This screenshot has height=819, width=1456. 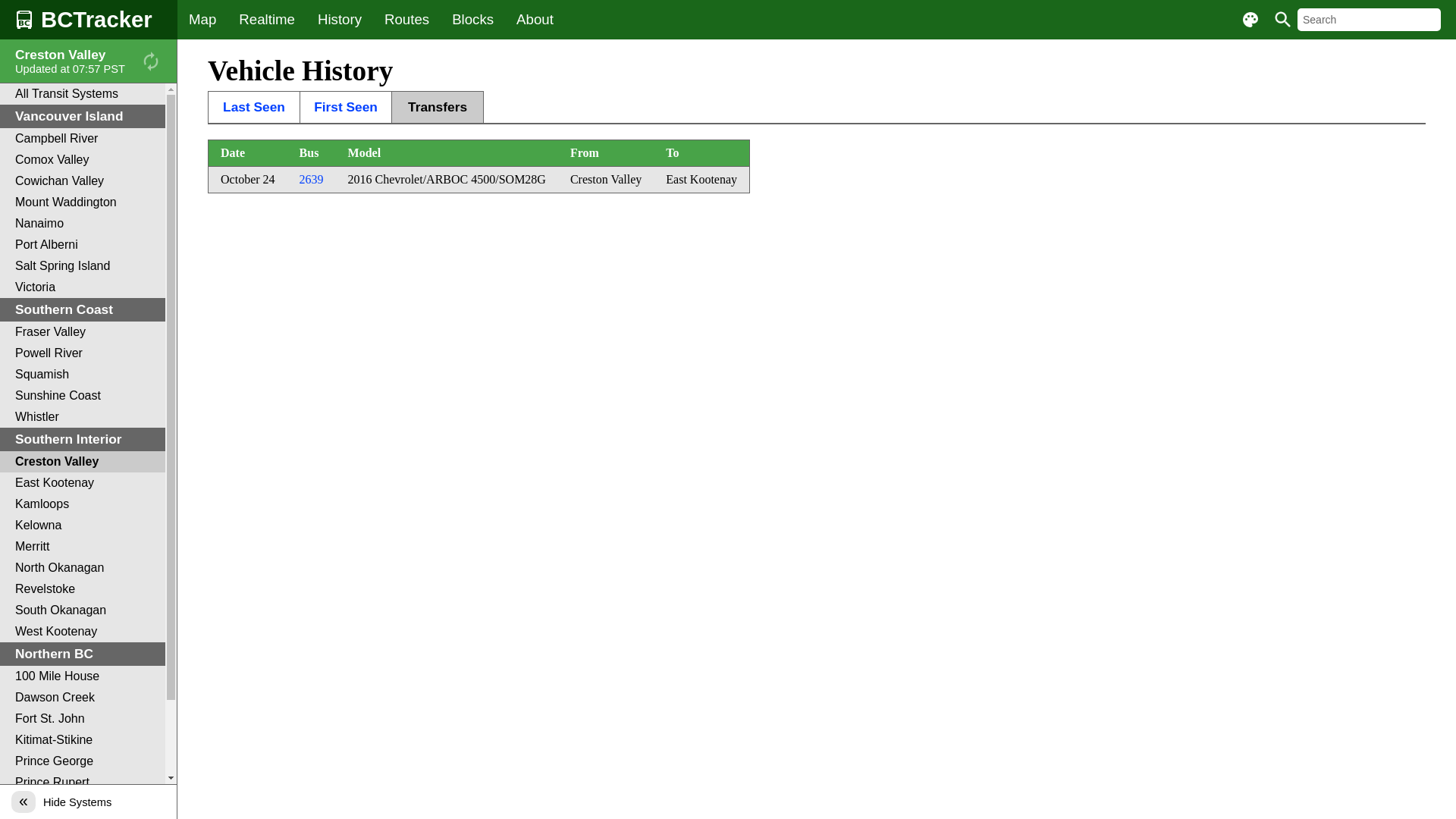 I want to click on 'Prince George', so click(x=82, y=761).